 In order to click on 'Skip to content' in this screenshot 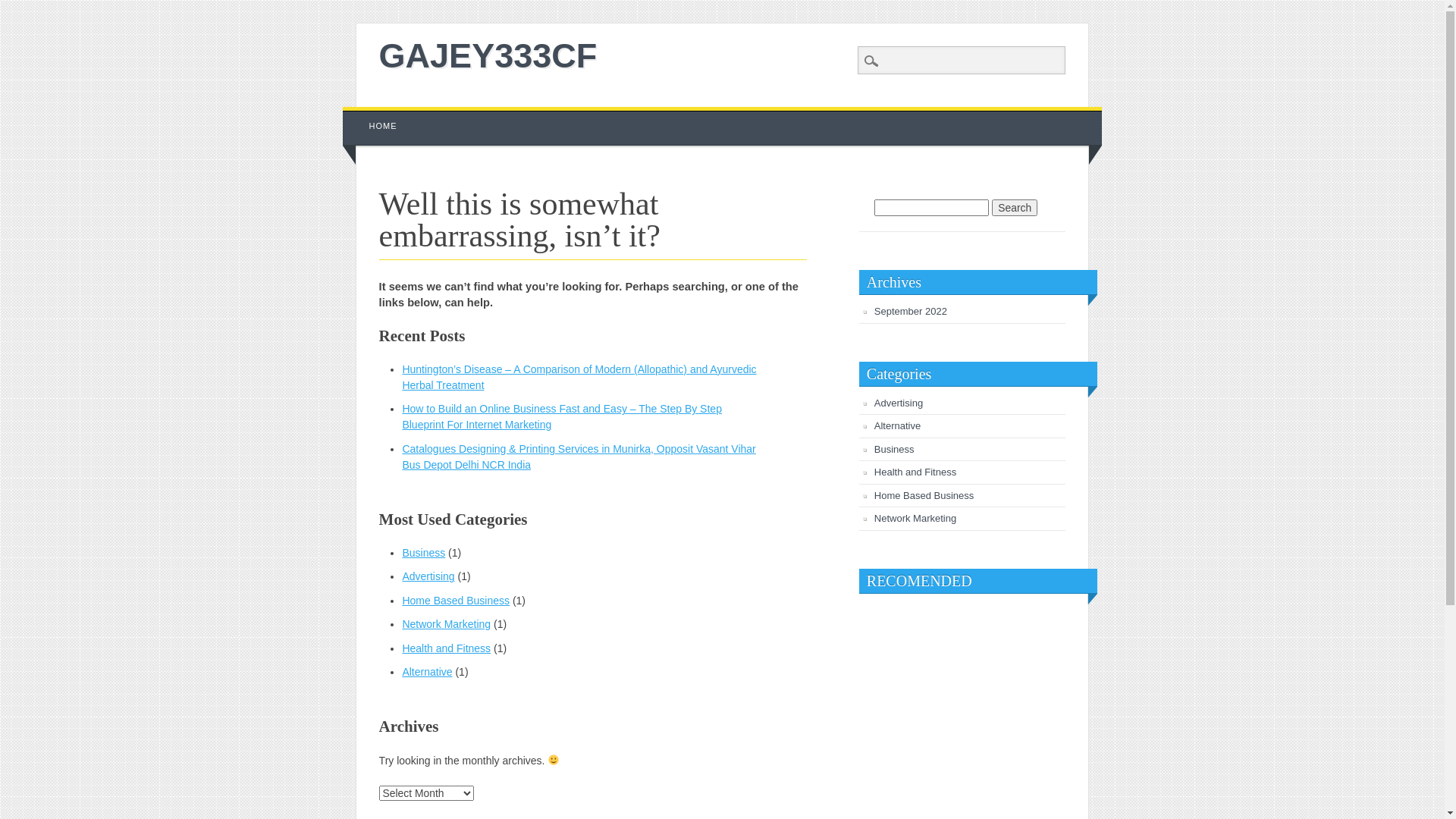, I will do `click(341, 113)`.